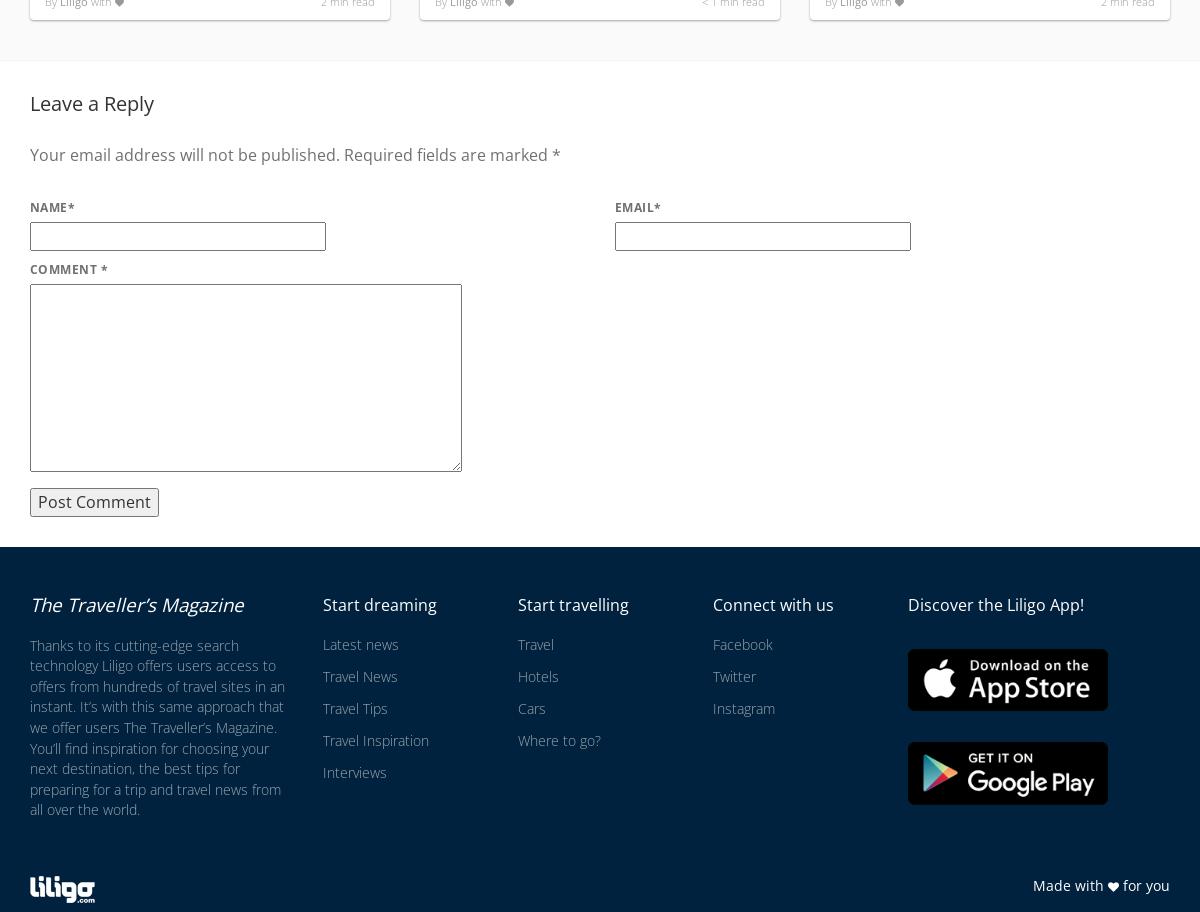  What do you see at coordinates (48, 205) in the screenshot?
I see `'Name'` at bounding box center [48, 205].